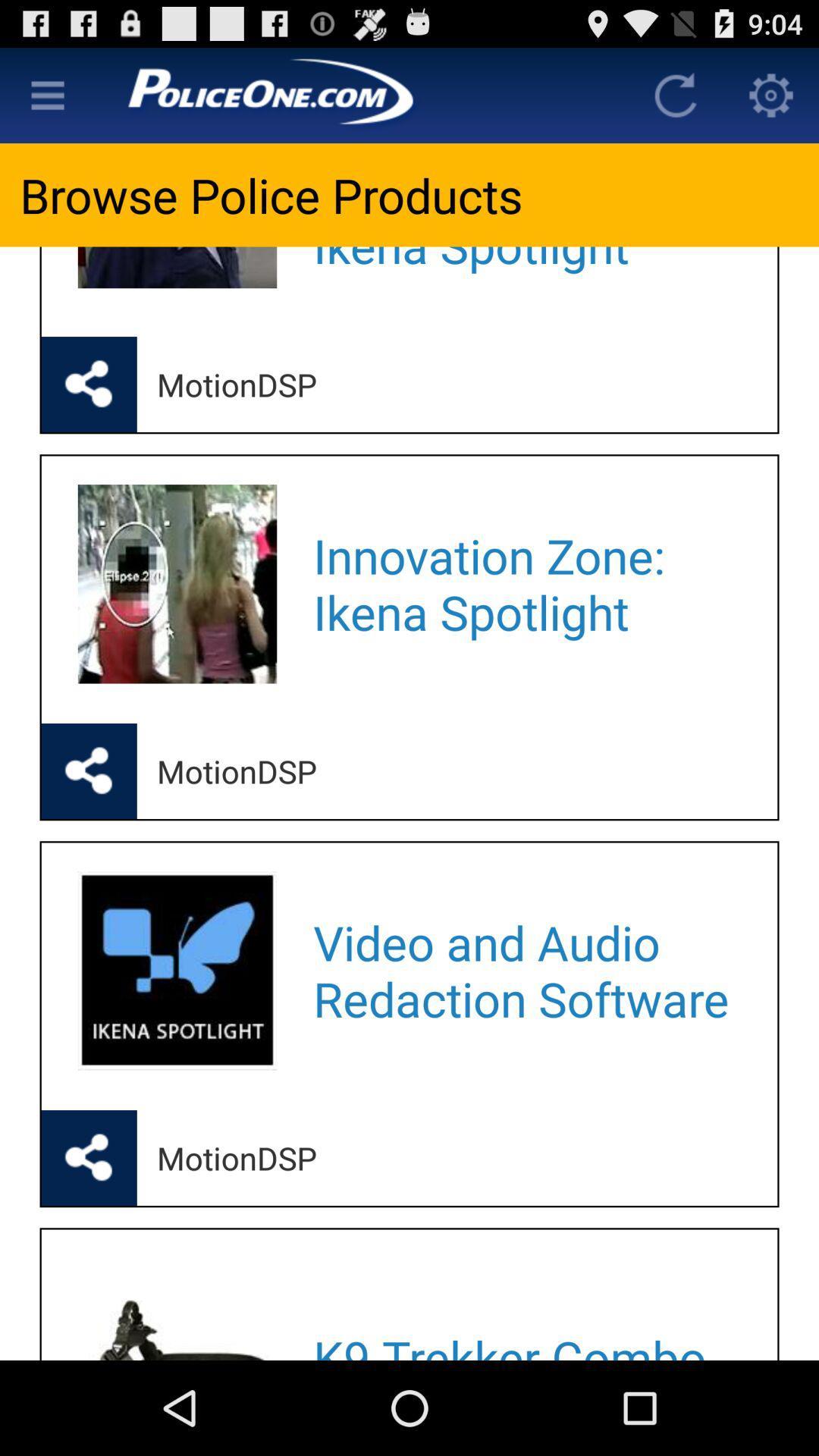  Describe the element at coordinates (525, 583) in the screenshot. I see `app above motiondsp item` at that location.